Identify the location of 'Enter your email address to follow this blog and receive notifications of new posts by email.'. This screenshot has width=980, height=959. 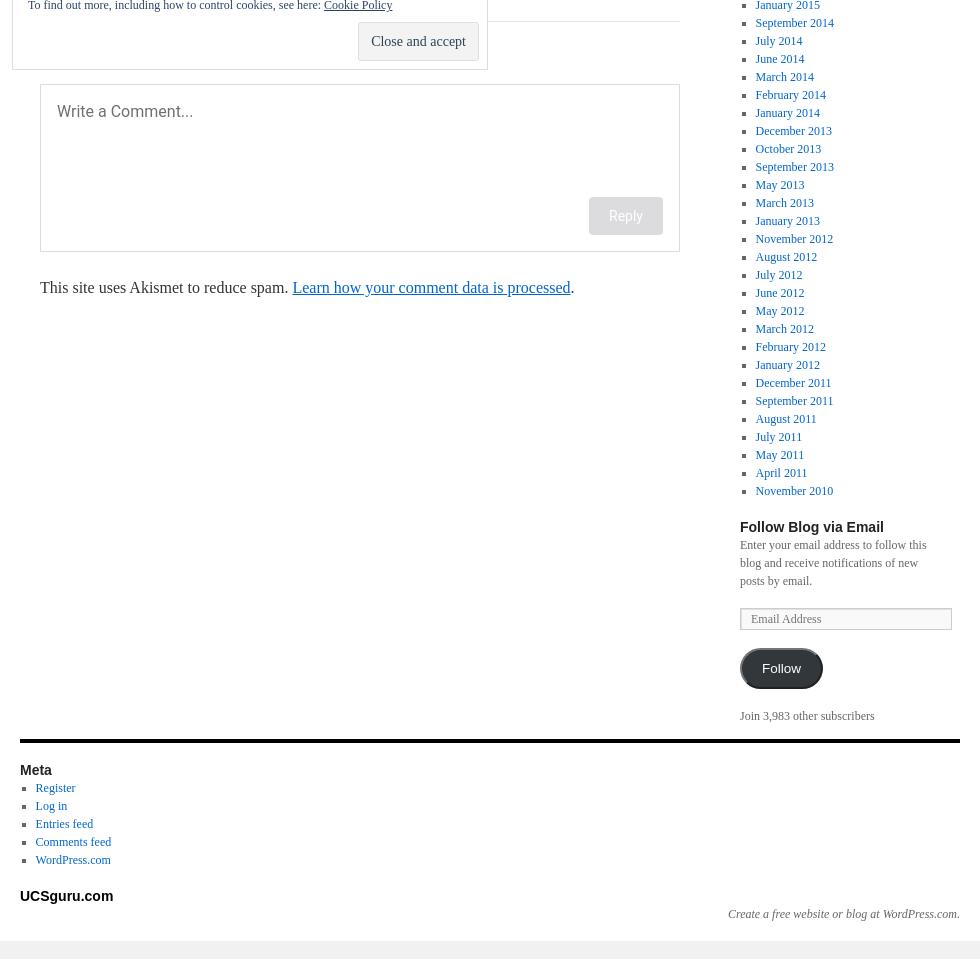
(833, 562).